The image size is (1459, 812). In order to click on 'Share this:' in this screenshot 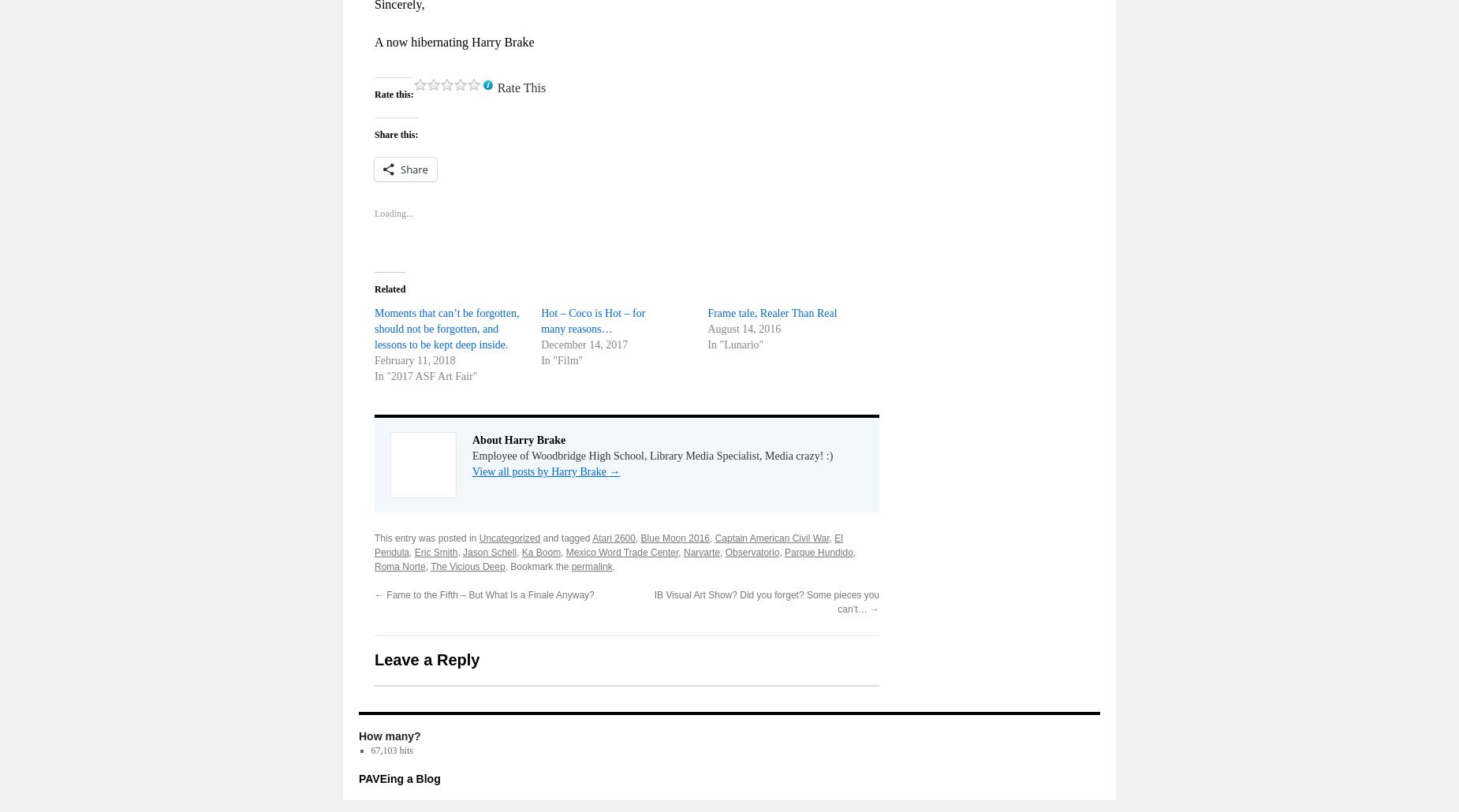, I will do `click(396, 132)`.